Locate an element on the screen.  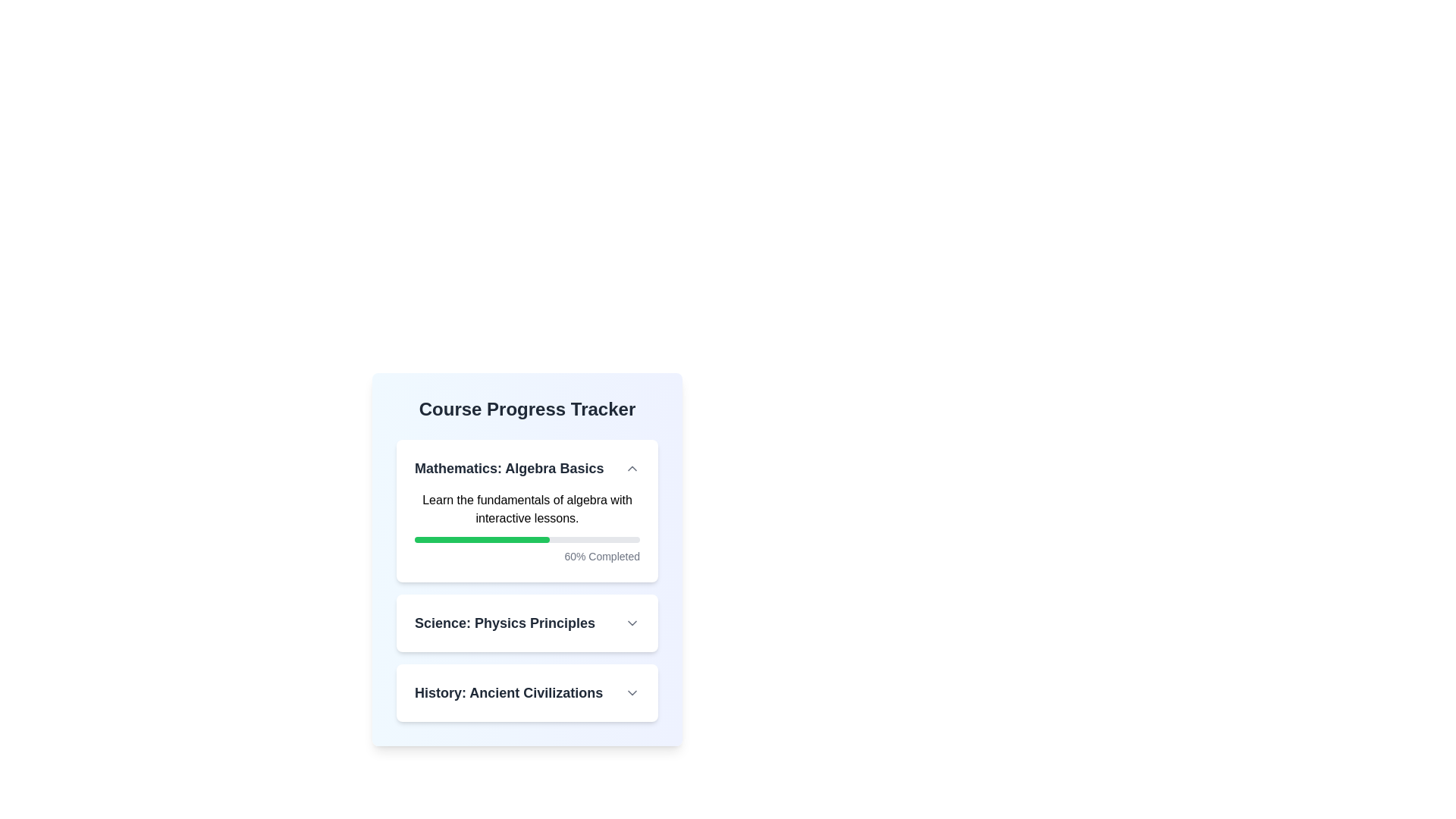
the first course progress tracker item for 'Mathematics: Algebra Basics' is located at coordinates (527, 580).